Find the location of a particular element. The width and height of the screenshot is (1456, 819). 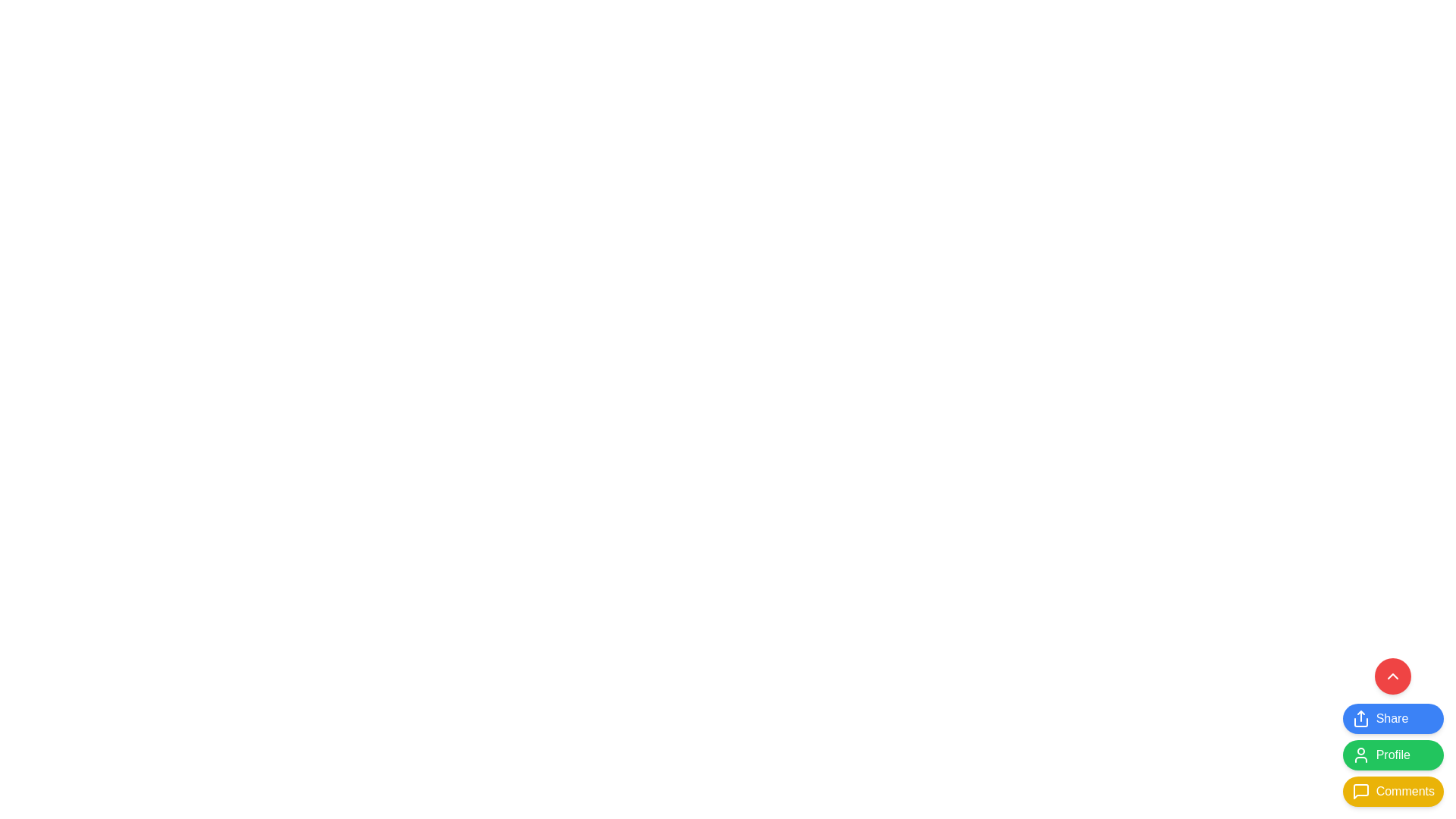

the small yellow square-shaped chat icon located at the bottom-right corner of the interface, which is positioned between the 'Profile' button above and the 'Comments' button below is located at coordinates (1360, 791).